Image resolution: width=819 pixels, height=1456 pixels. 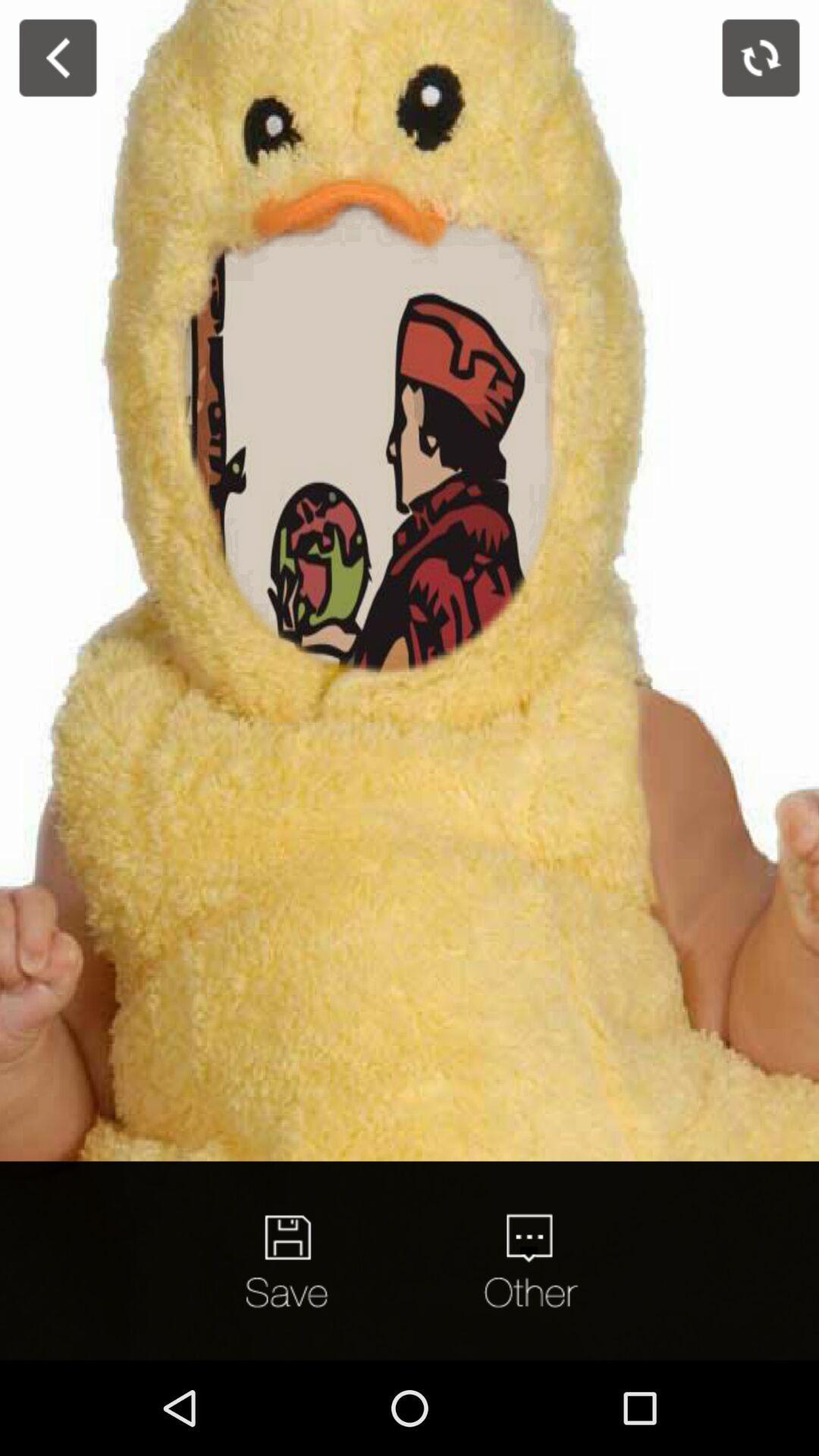 I want to click on the item at the top left corner, so click(x=57, y=58).